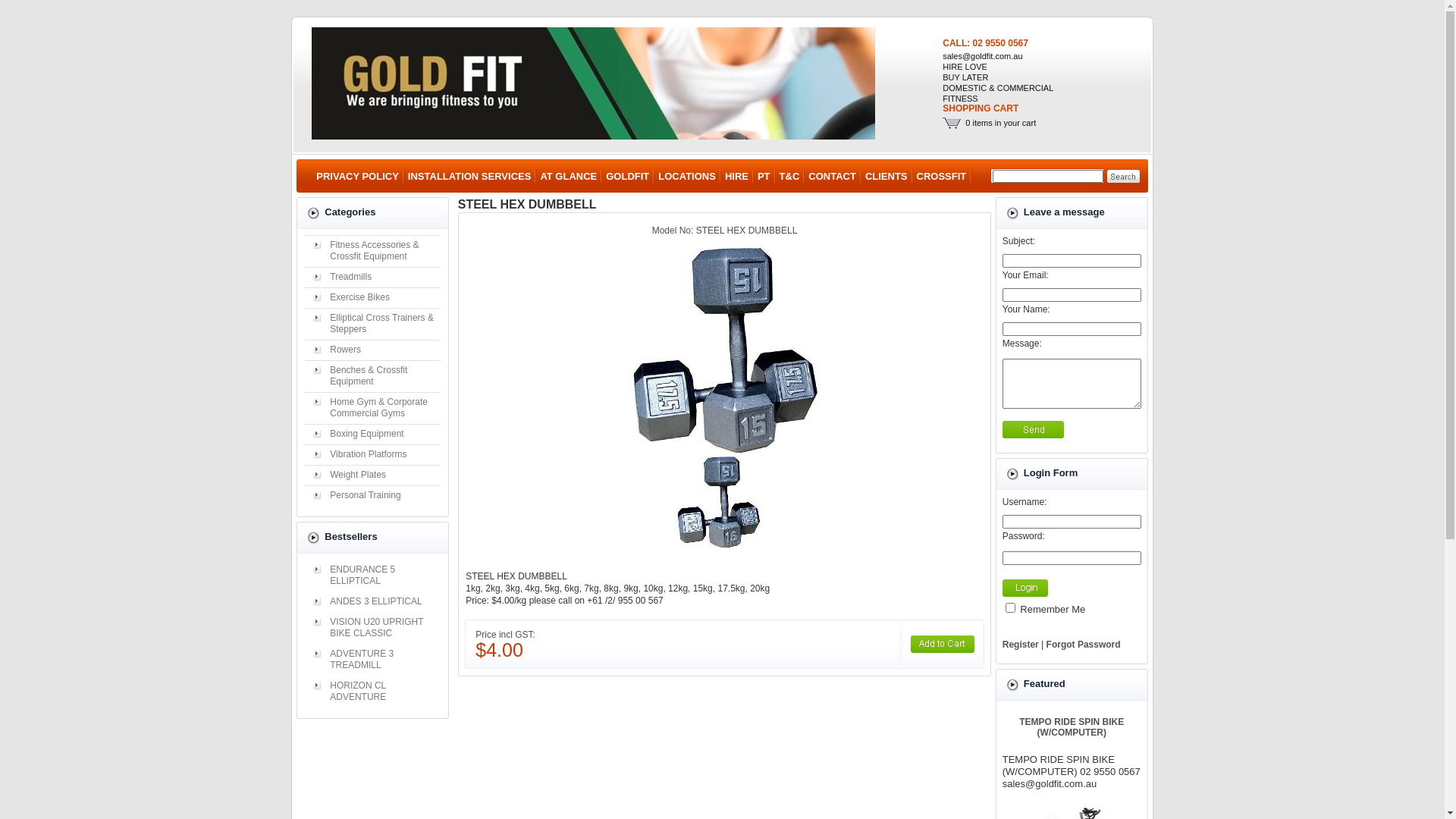  I want to click on 'Exercise Bikes', so click(372, 297).